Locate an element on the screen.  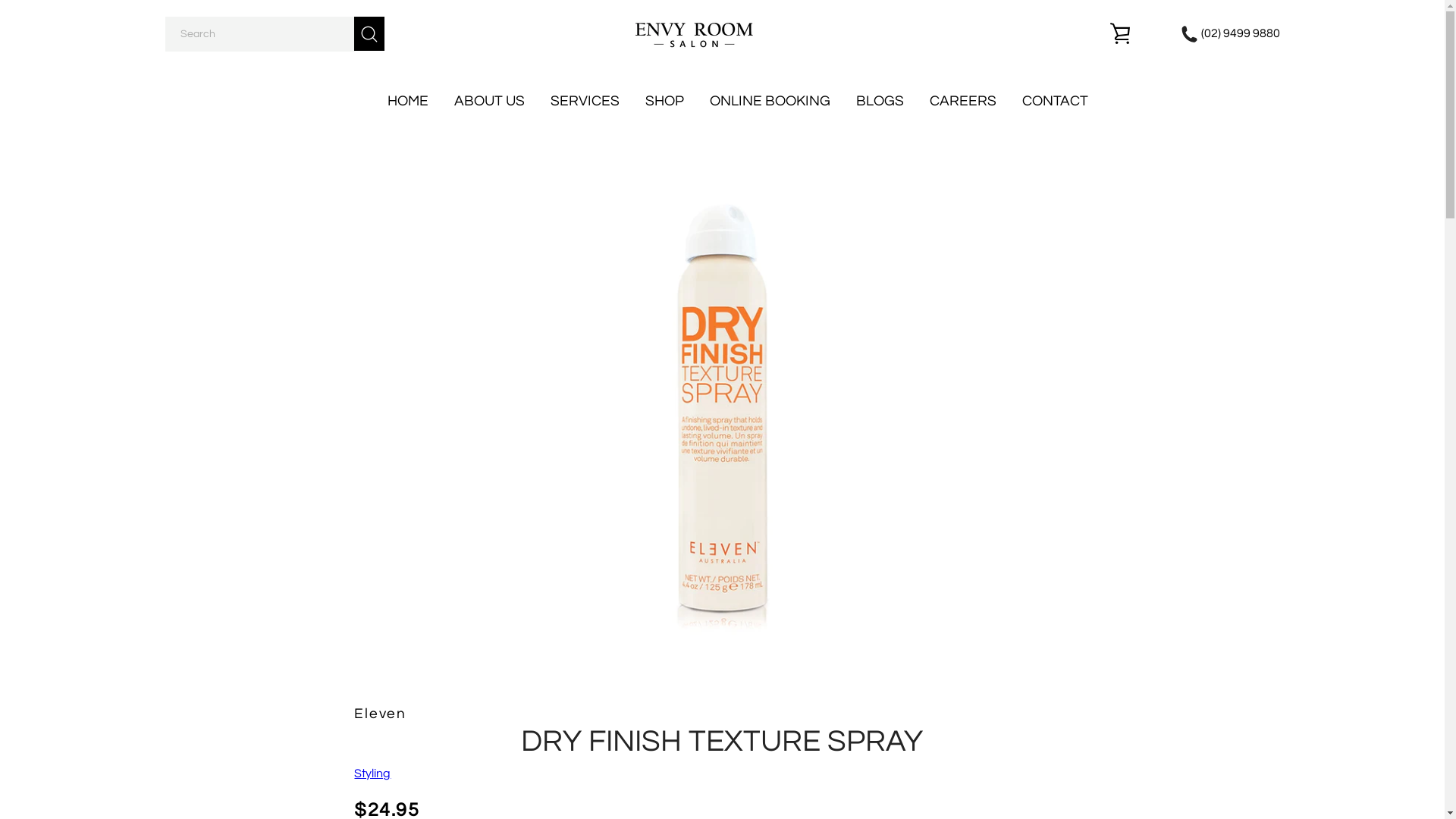
'ONLINE BOOKING is located at coordinates (770, 100).